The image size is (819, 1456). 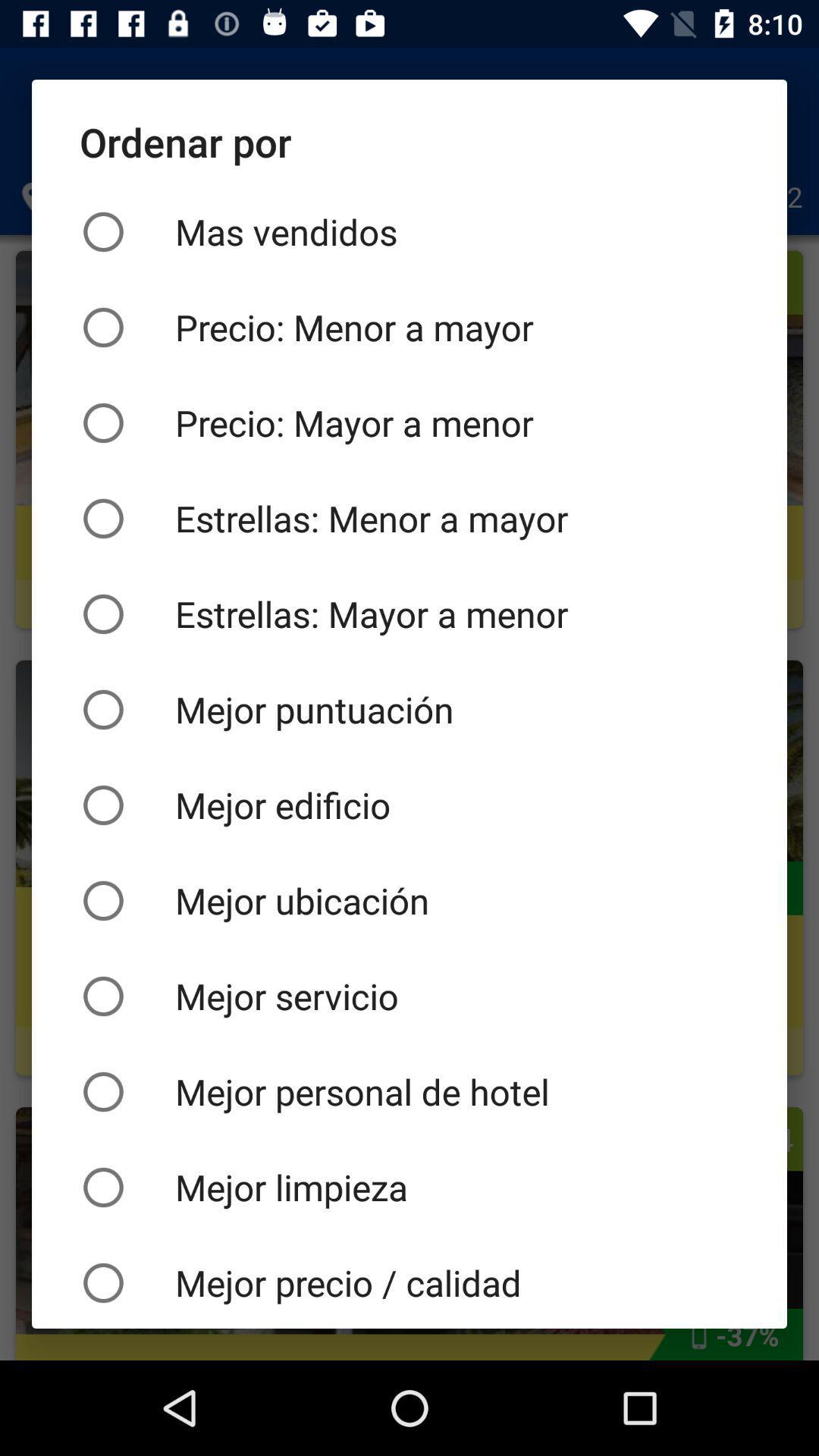 I want to click on the mas vendidos  item, so click(x=409, y=231).